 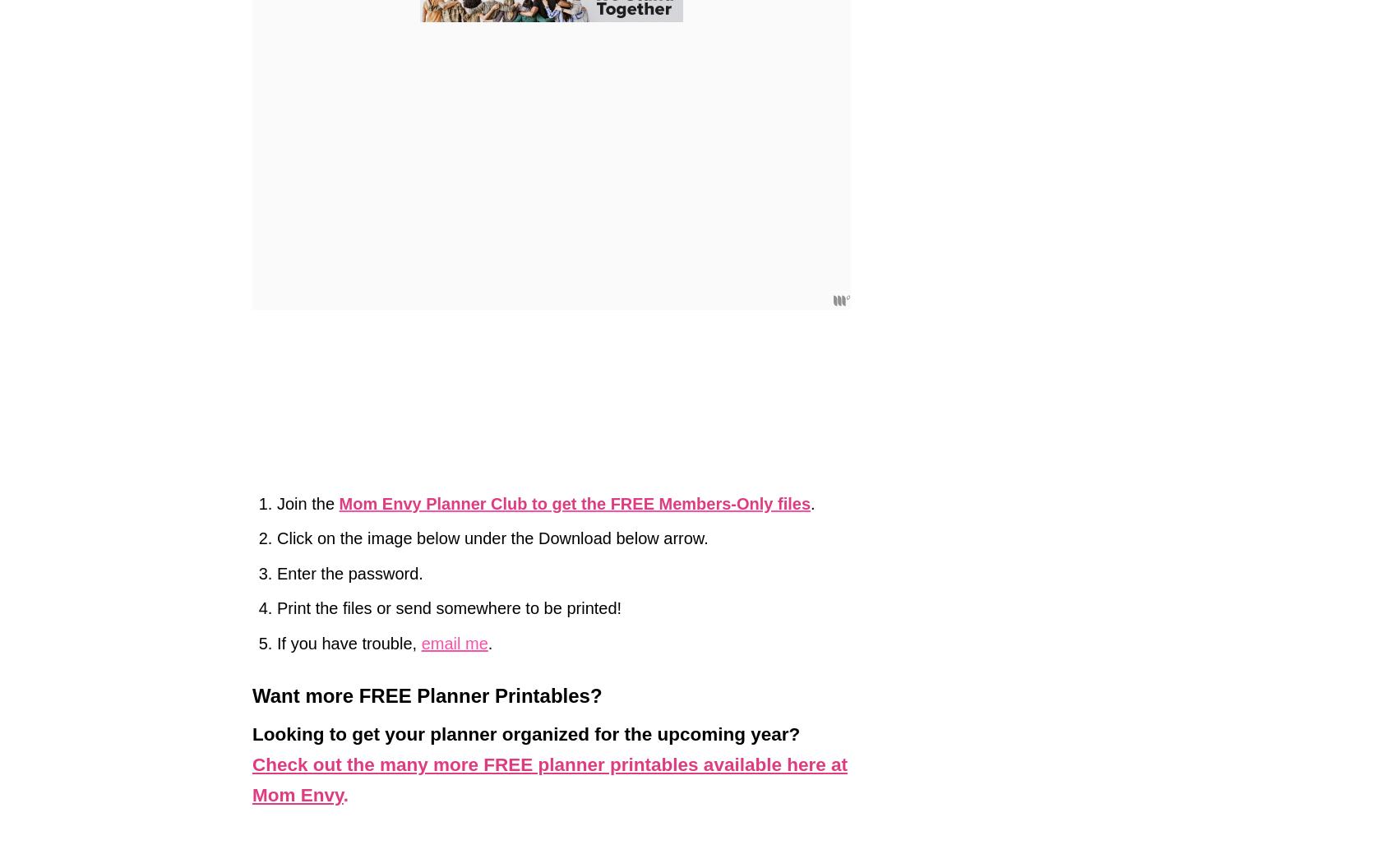 What do you see at coordinates (251, 733) in the screenshot?
I see `'Looking to get your planner organized for the upcoming year?'` at bounding box center [251, 733].